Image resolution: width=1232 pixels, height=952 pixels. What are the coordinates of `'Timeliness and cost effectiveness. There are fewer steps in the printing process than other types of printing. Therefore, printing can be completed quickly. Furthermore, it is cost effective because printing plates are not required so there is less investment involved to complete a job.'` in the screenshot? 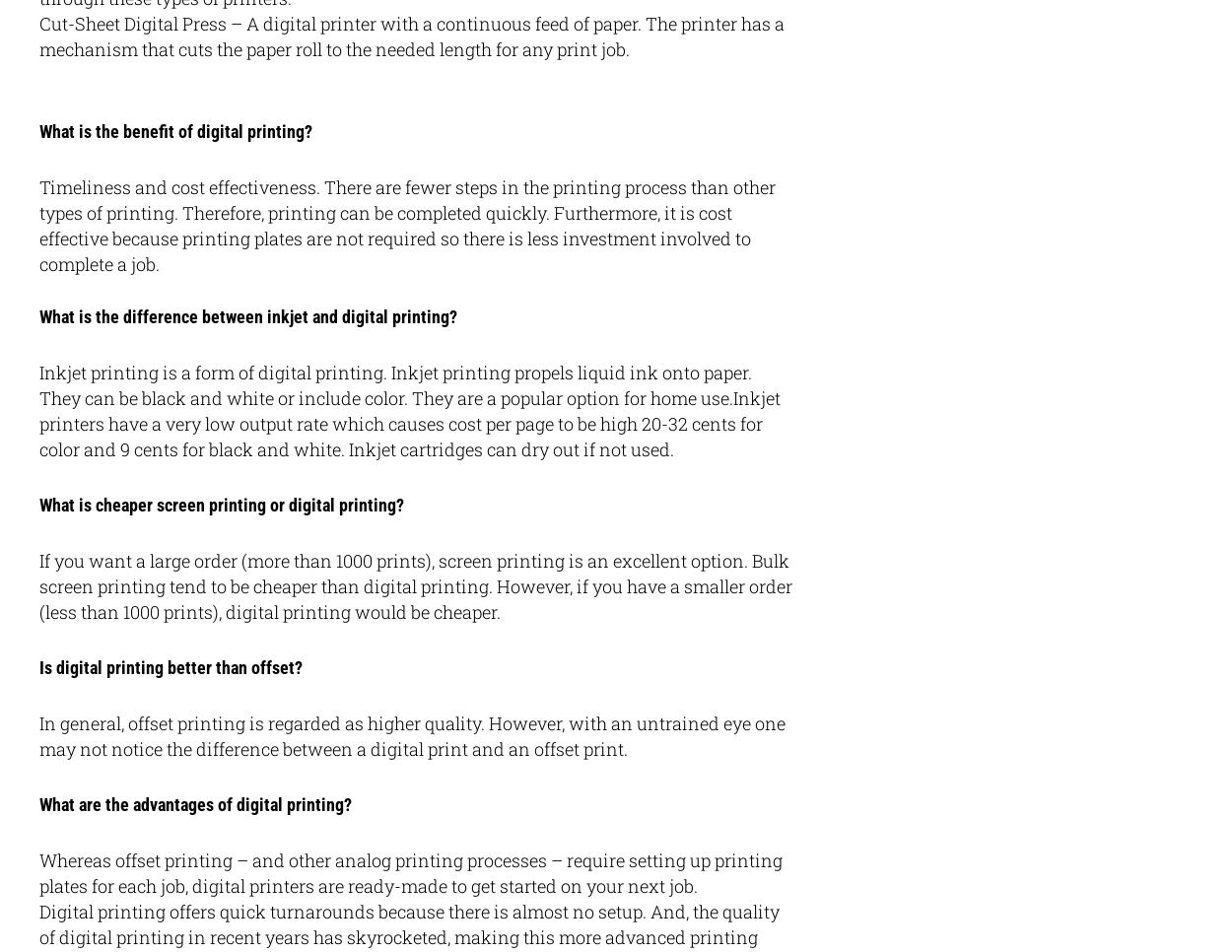 It's located at (407, 225).